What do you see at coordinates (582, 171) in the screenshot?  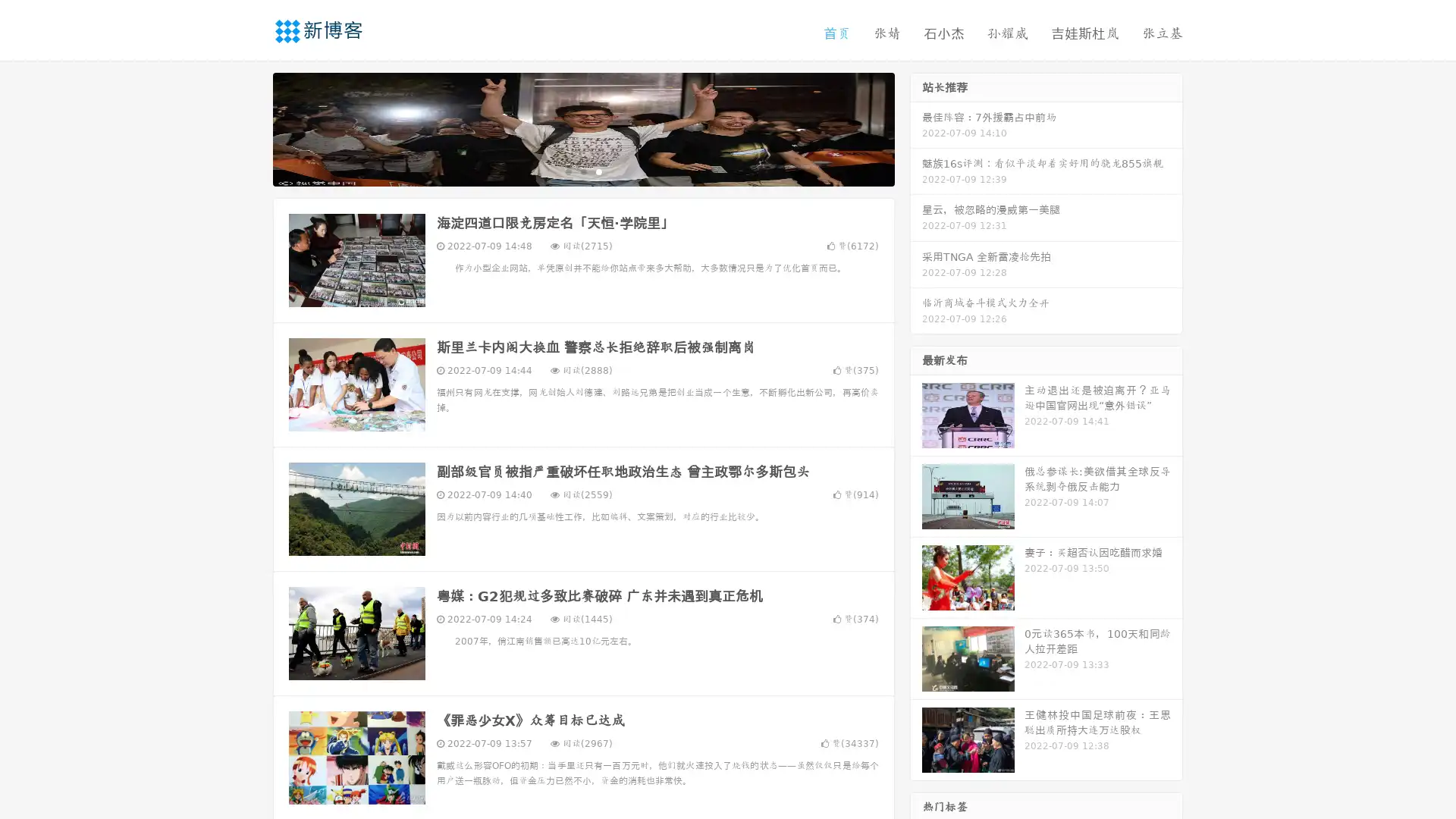 I see `Go to slide 2` at bounding box center [582, 171].